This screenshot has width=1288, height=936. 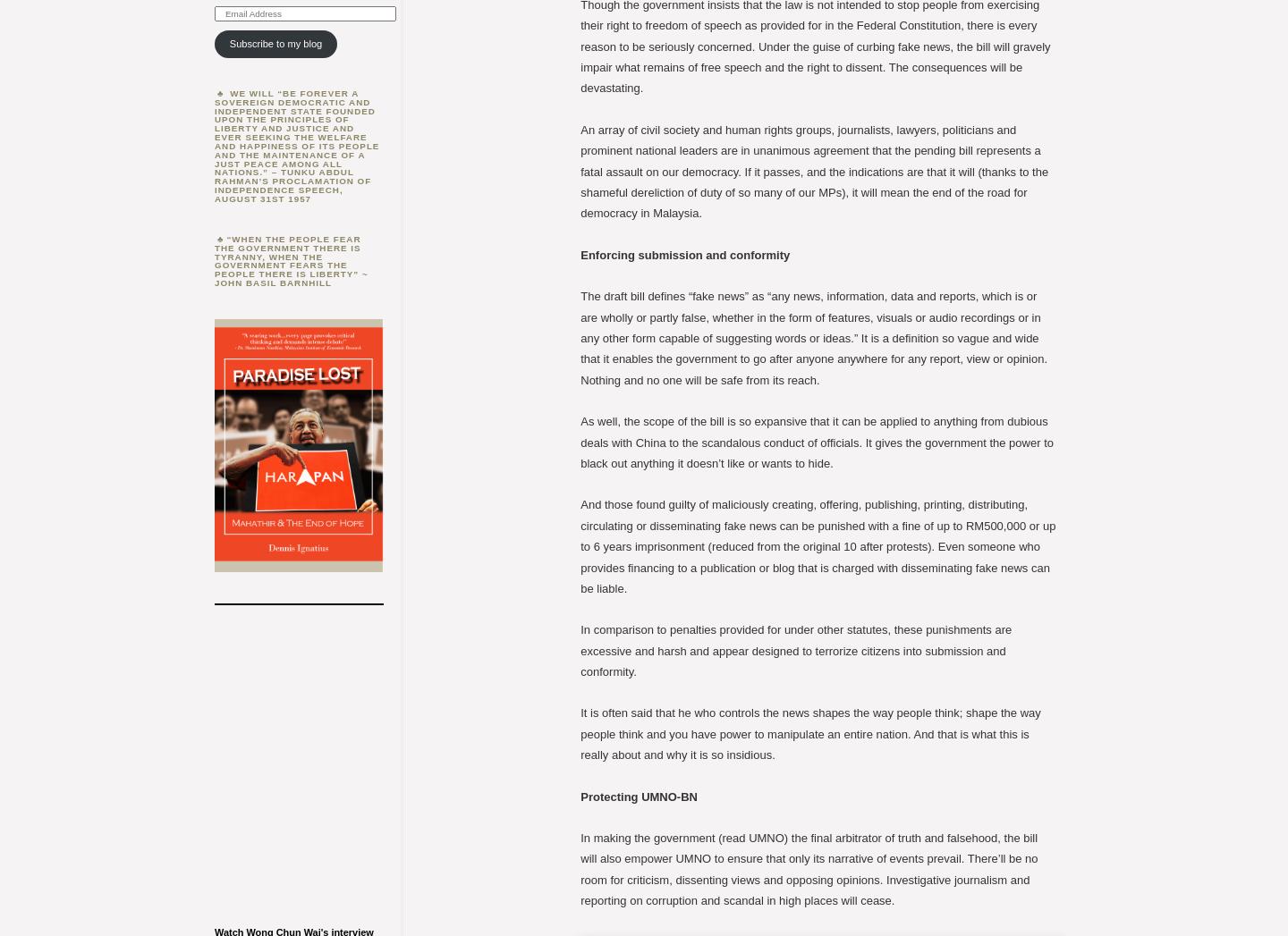 What do you see at coordinates (580, 650) in the screenshot?
I see `'In comparison to penalties provided for under other statutes, these punishments are excessive and harsh and appear designed to terrorize citizens into submission and conformity.'` at bounding box center [580, 650].